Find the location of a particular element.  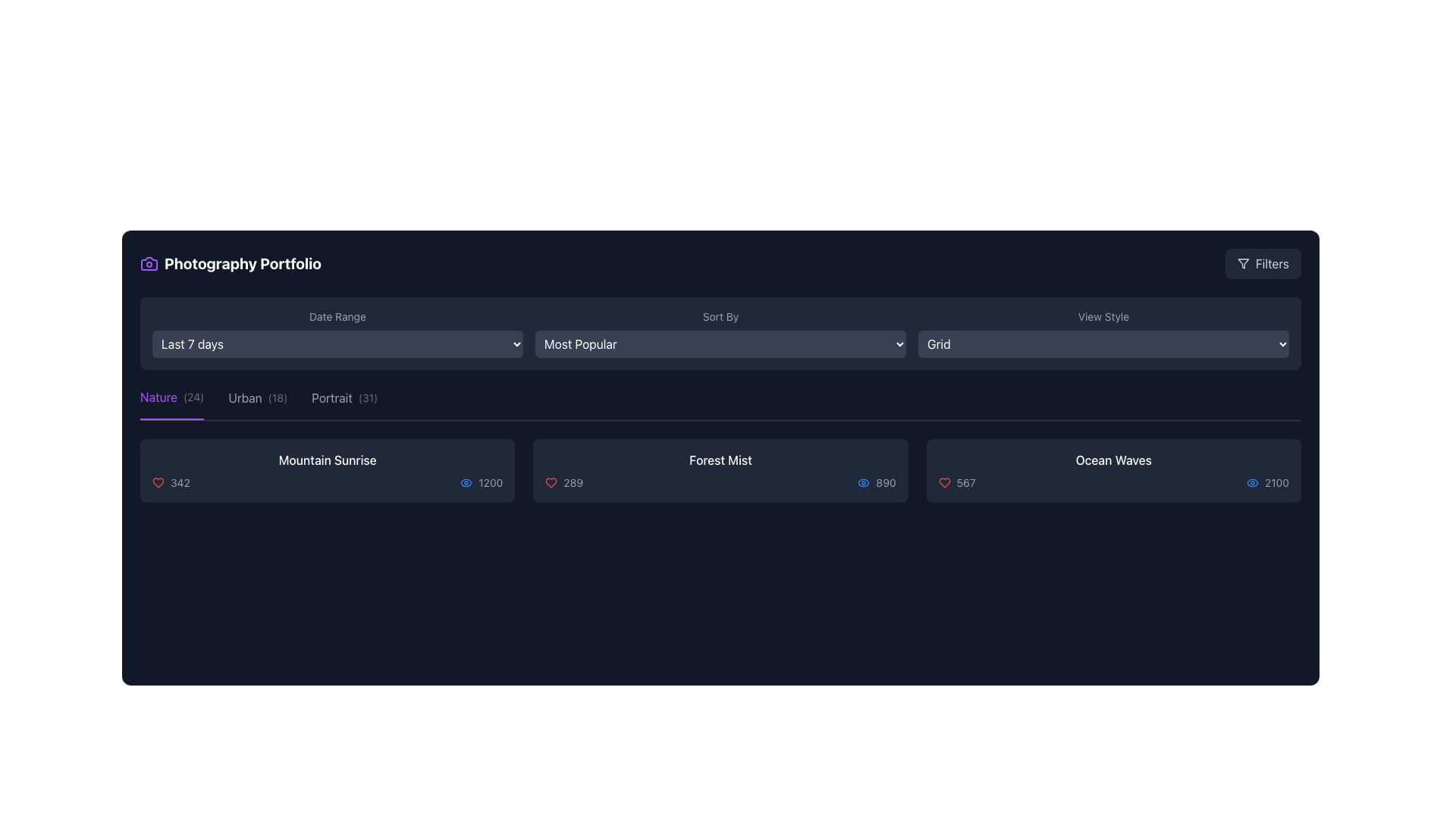

the text label descriptor located in the upper right section of the interface, which indicates the purpose of the dropdown menu for selecting the view style, above the 'Grid' dropdown is located at coordinates (1103, 315).